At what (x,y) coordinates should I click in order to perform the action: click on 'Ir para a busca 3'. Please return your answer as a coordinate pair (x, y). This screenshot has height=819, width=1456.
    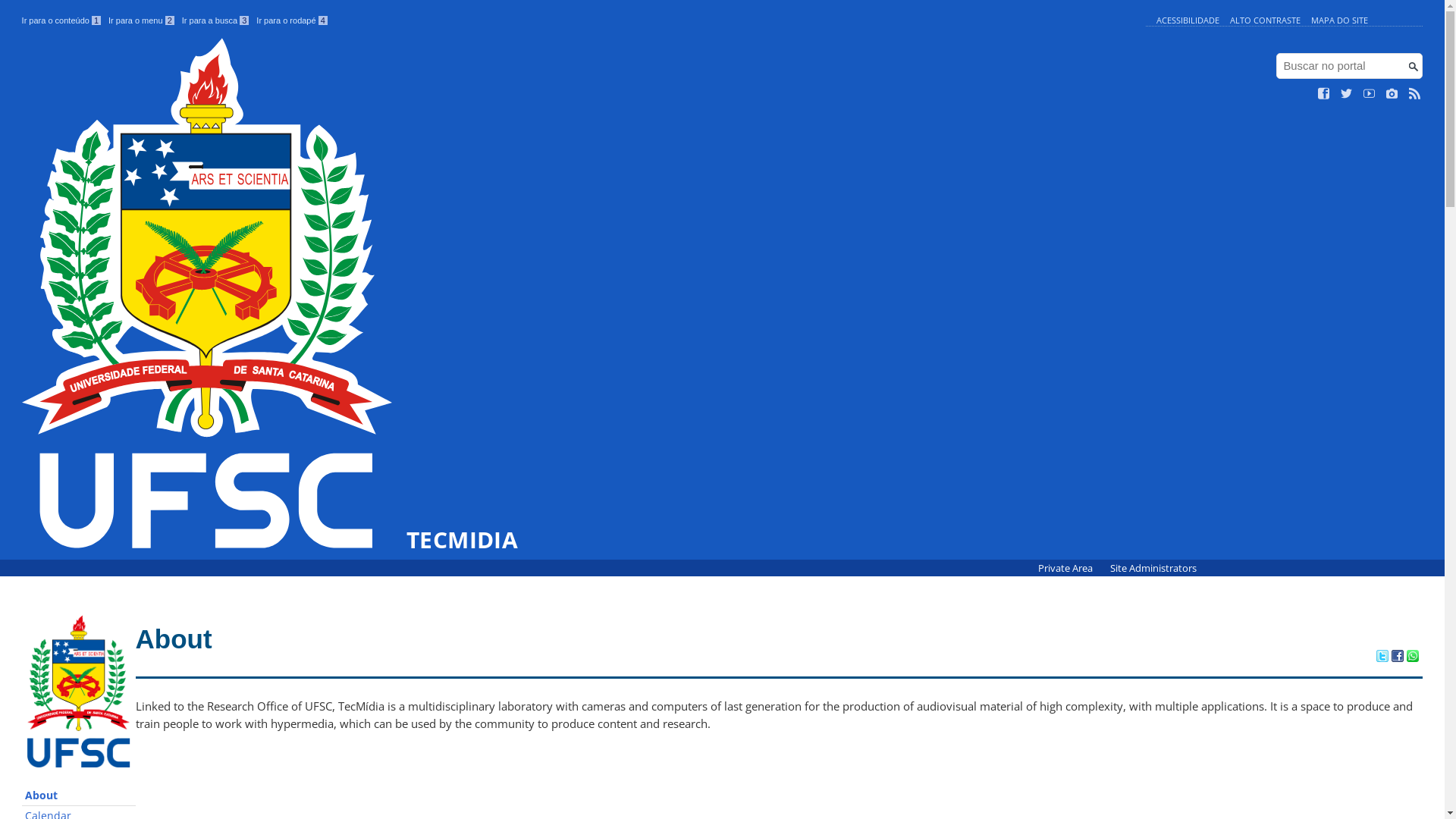
    Looking at the image, I should click on (215, 20).